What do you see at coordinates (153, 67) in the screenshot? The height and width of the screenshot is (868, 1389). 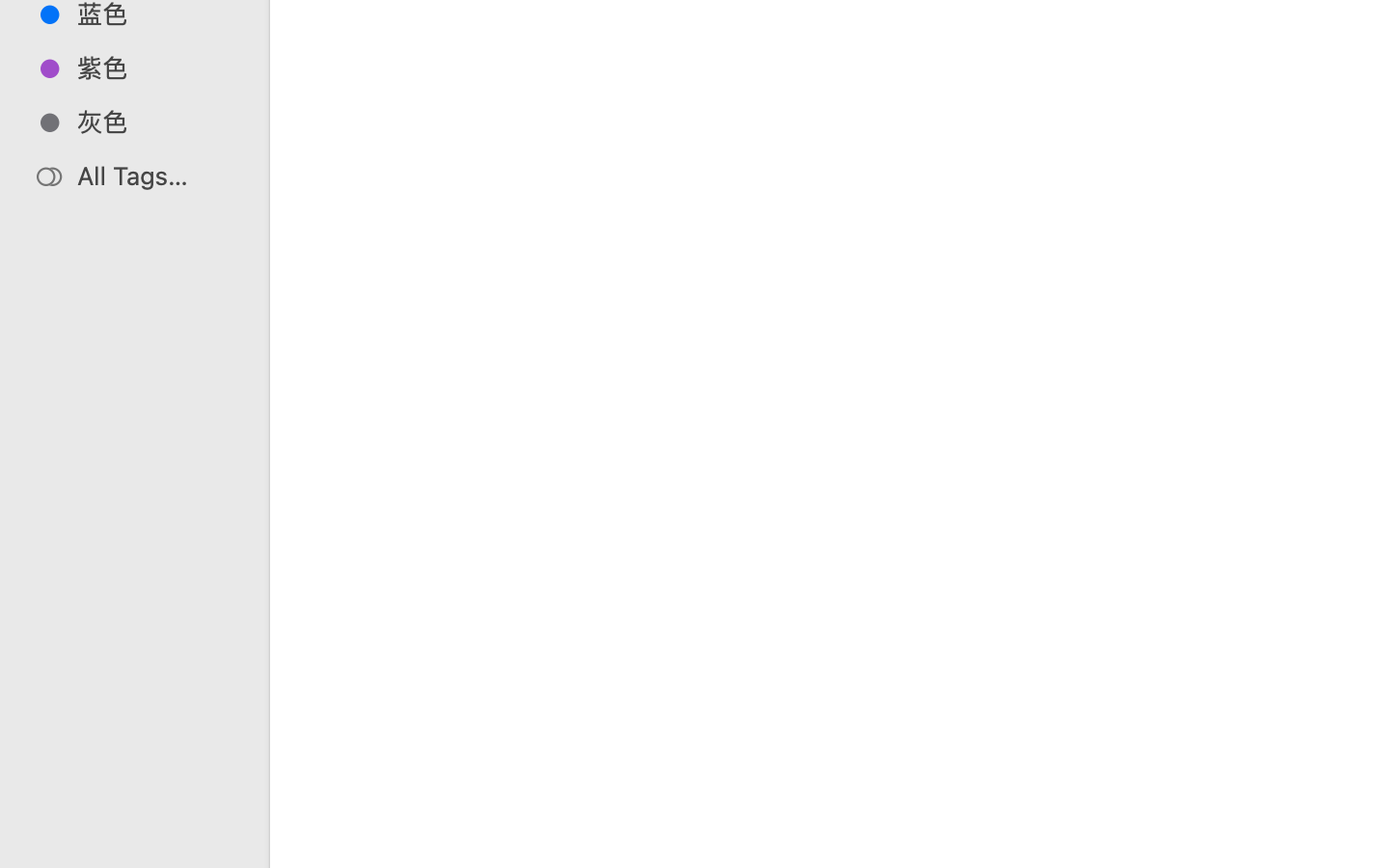 I see `'紫色'` at bounding box center [153, 67].